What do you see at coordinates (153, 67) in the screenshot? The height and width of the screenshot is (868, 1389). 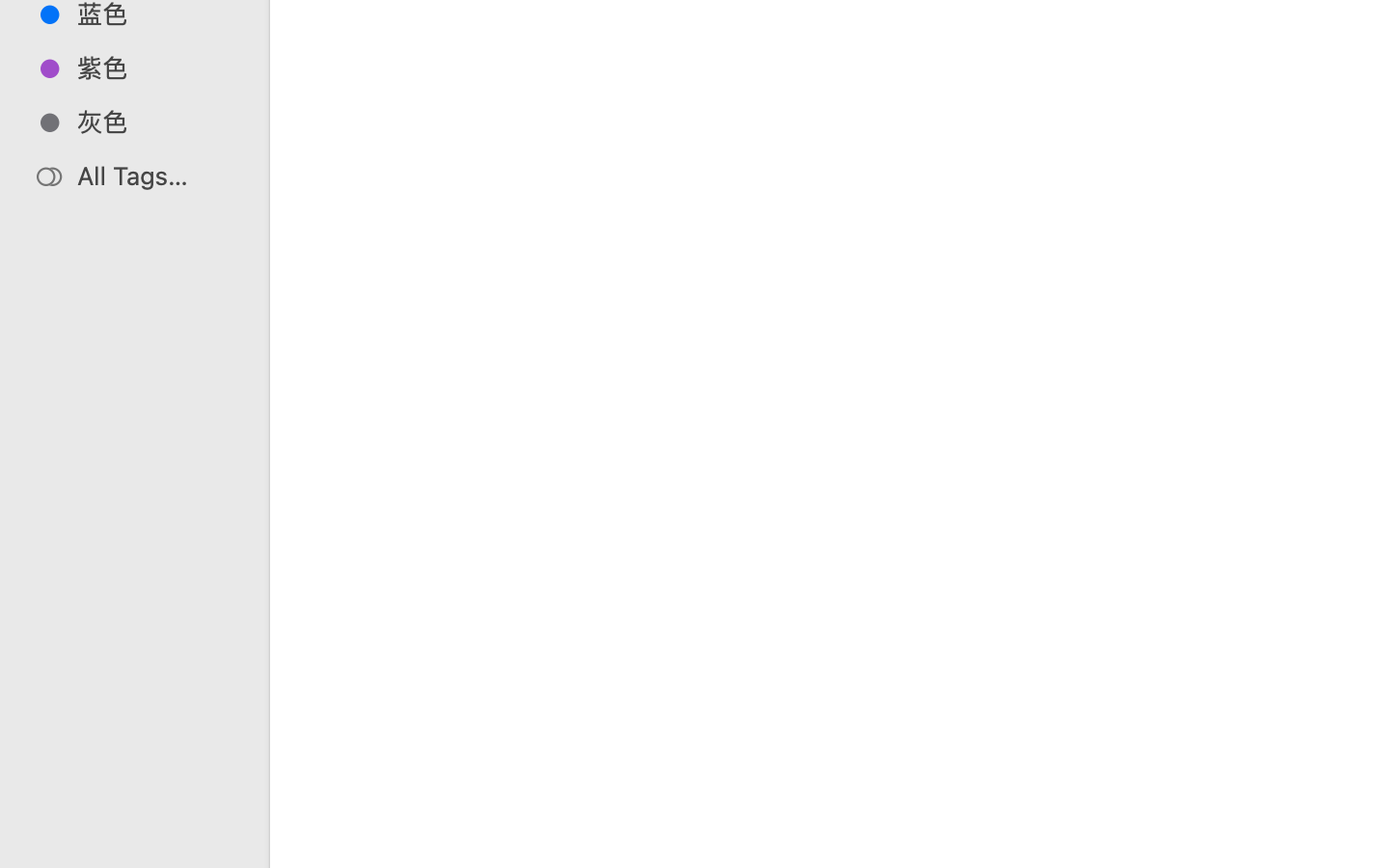 I see `'紫色'` at bounding box center [153, 67].